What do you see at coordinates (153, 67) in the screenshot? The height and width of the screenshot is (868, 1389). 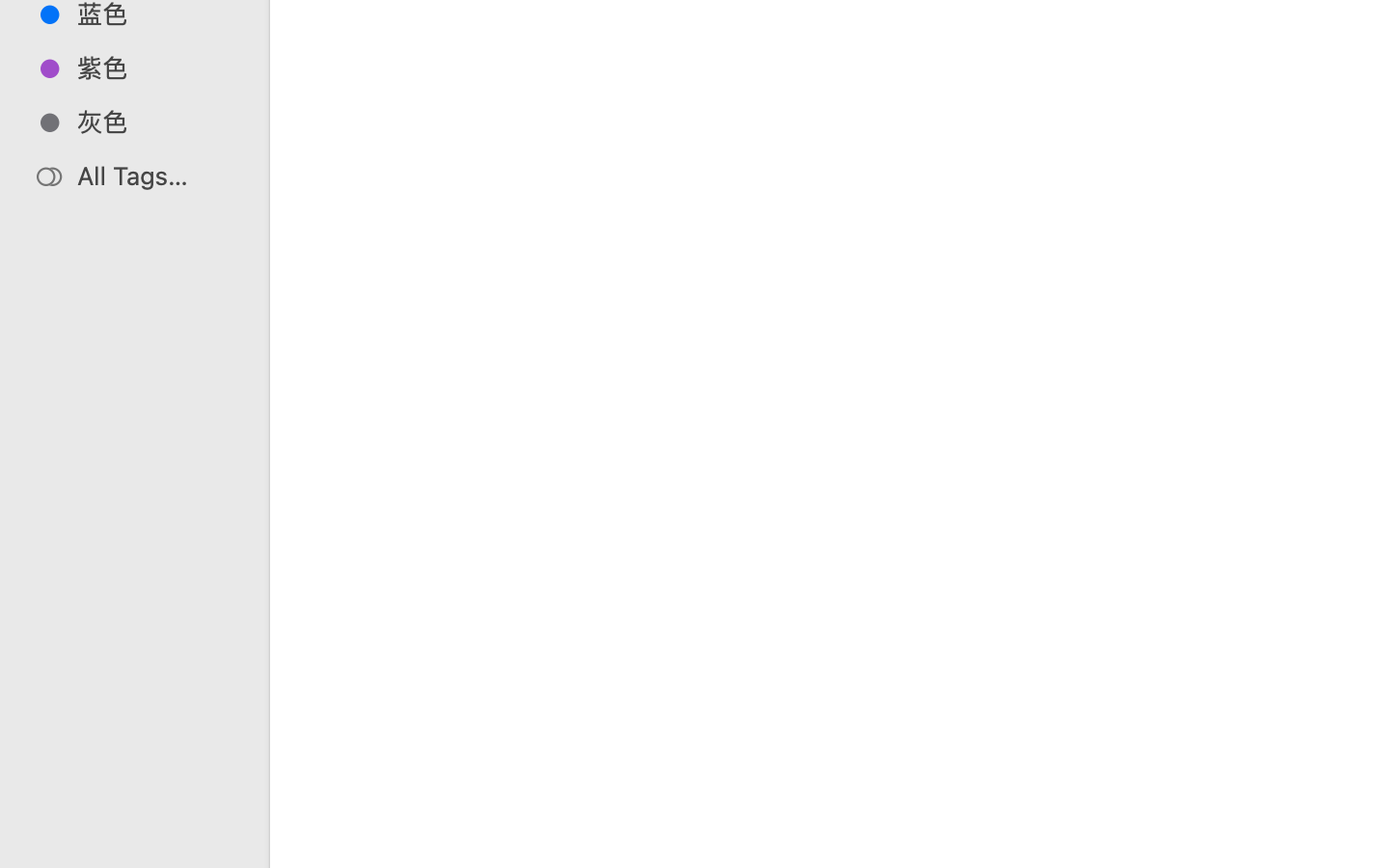 I see `'紫色'` at bounding box center [153, 67].